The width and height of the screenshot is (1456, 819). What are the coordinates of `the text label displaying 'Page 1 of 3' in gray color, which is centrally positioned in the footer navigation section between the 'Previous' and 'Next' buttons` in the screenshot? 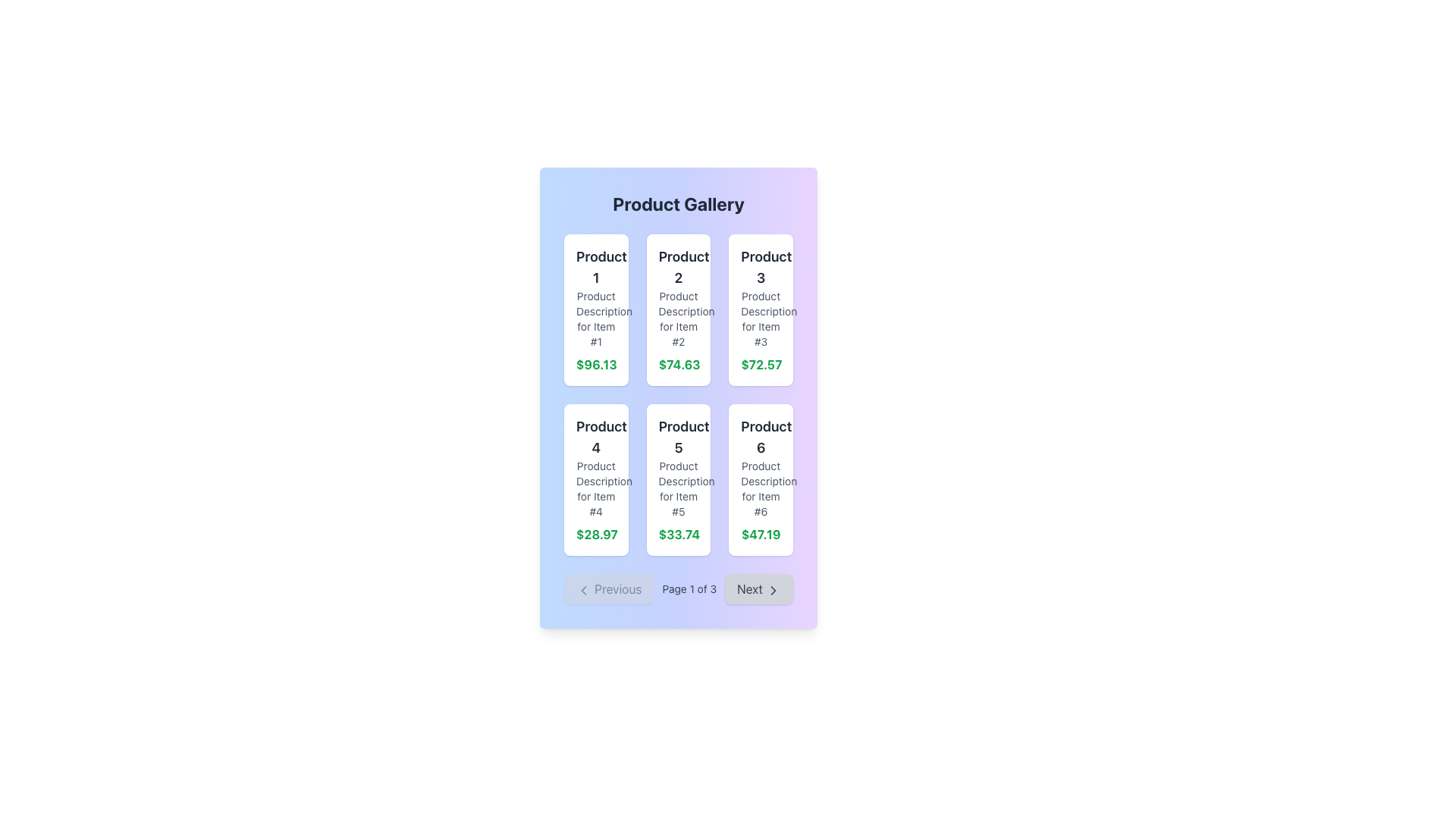 It's located at (689, 588).